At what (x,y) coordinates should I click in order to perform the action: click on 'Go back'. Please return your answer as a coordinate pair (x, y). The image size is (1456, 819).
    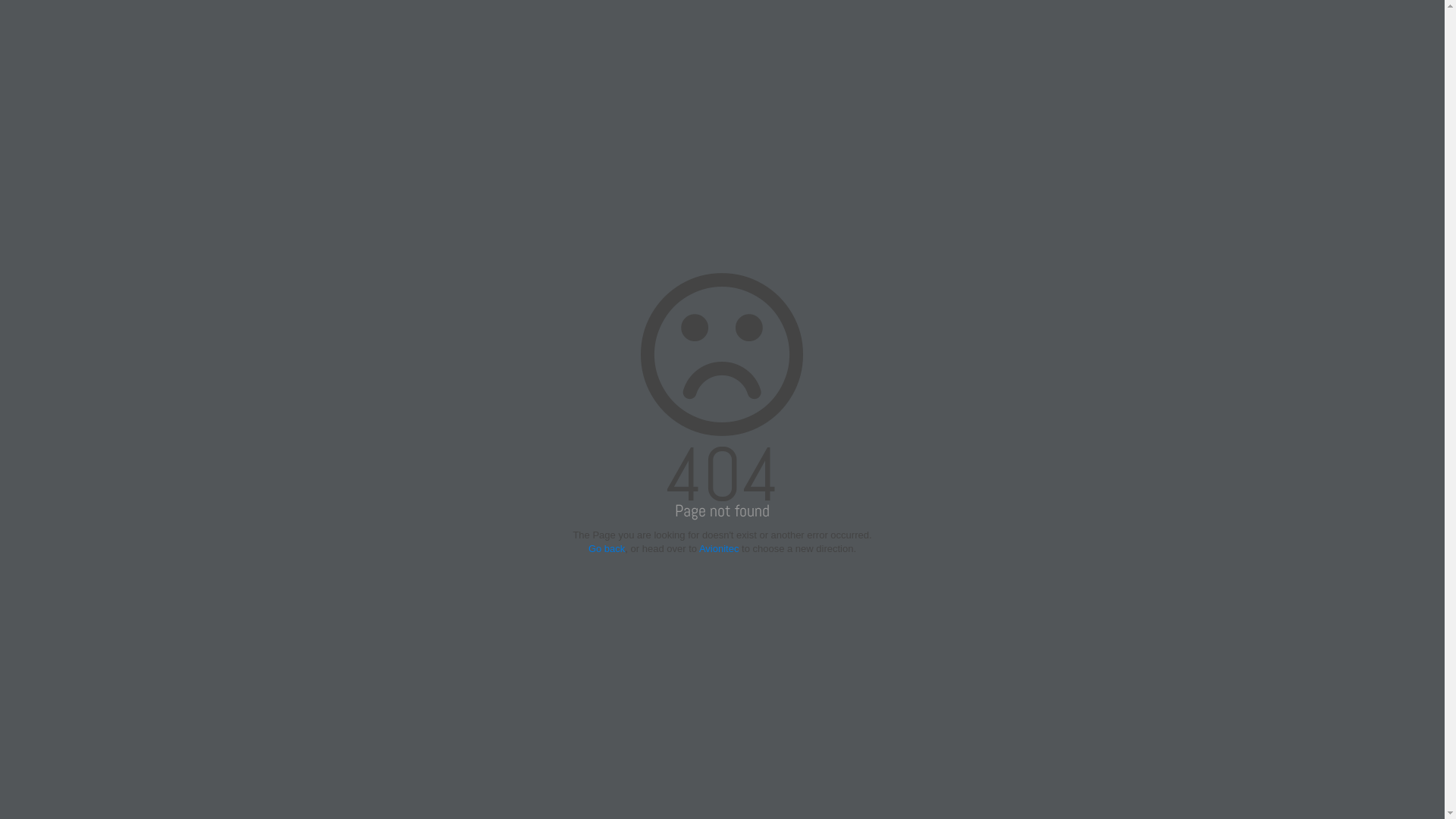
    Looking at the image, I should click on (588, 548).